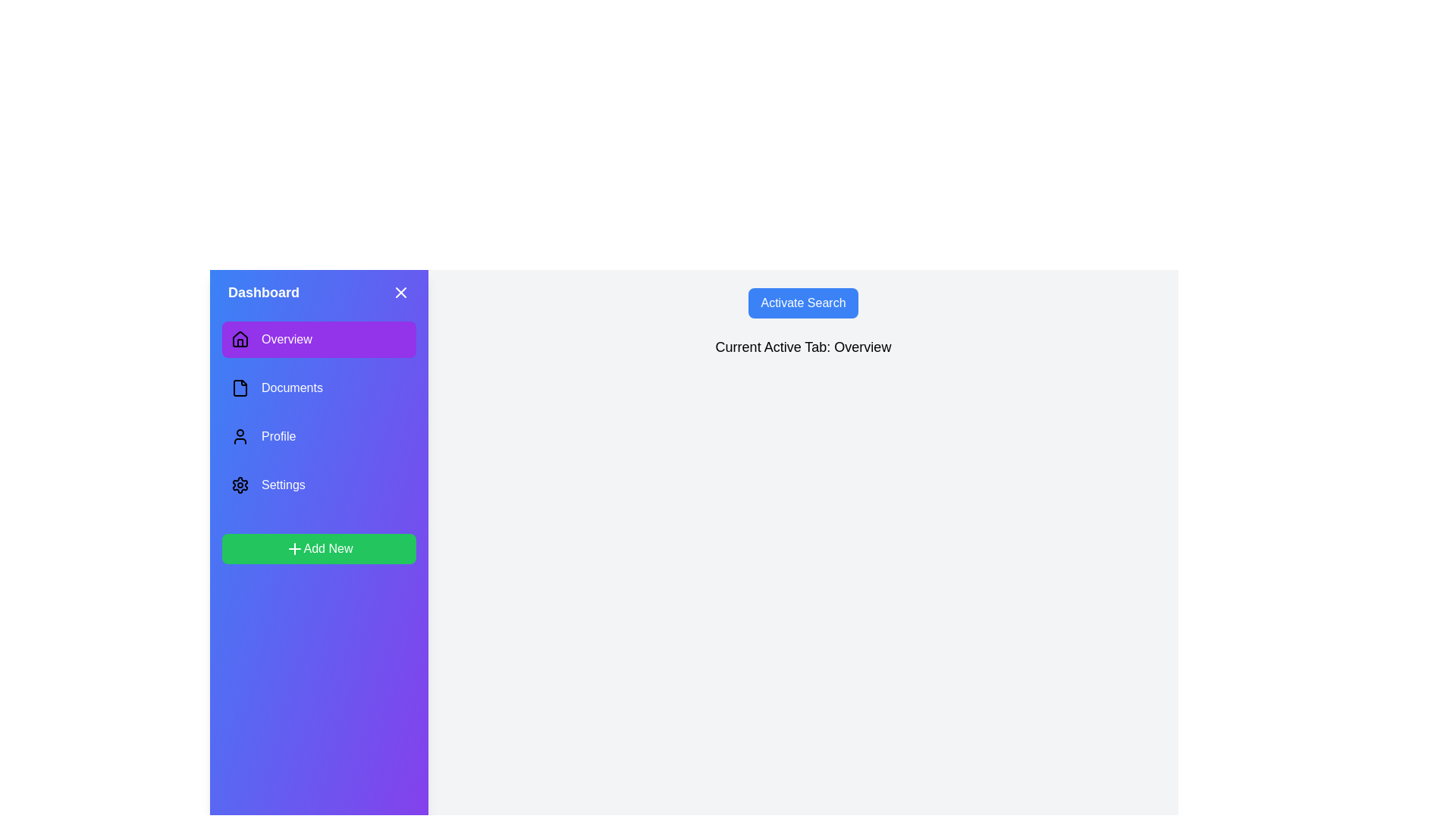 The image size is (1456, 819). What do you see at coordinates (278, 436) in the screenshot?
I see `the 'Profile' text label, which is styled with 'text-white font-medium' and is the third item in the vertical menu list` at bounding box center [278, 436].